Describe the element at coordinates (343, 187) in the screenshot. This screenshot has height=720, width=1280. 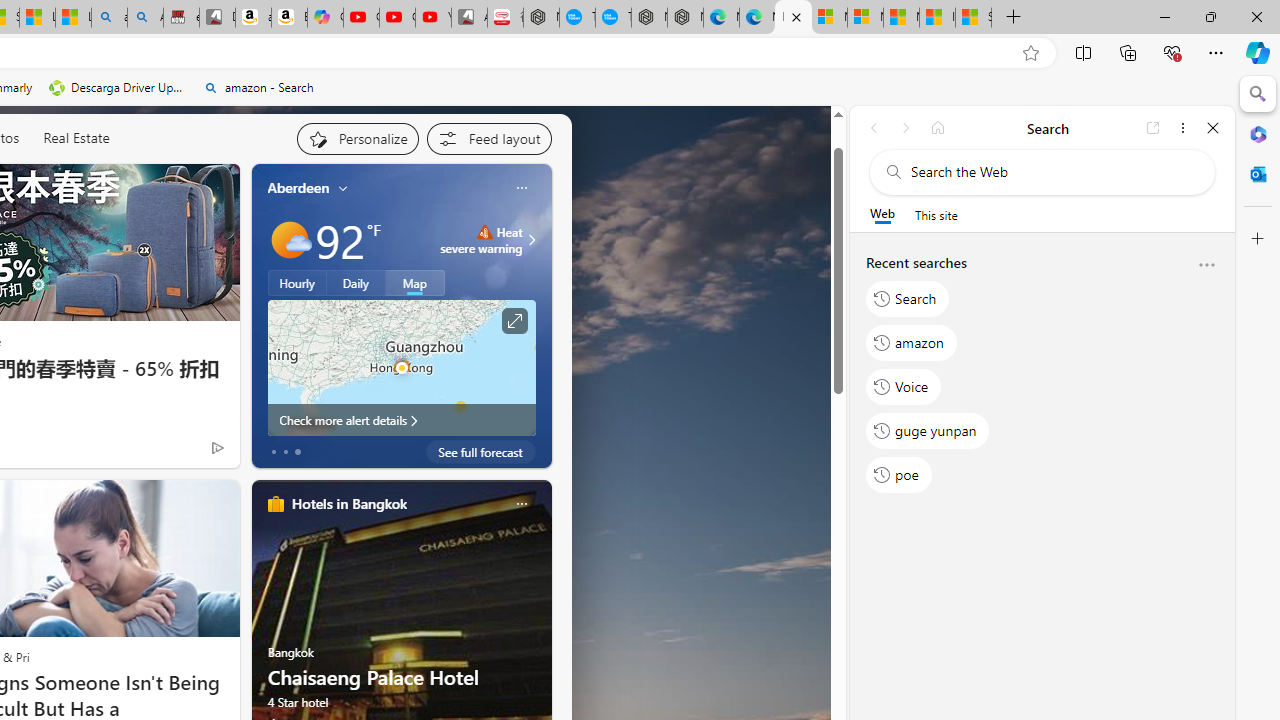
I see `'My location'` at that location.